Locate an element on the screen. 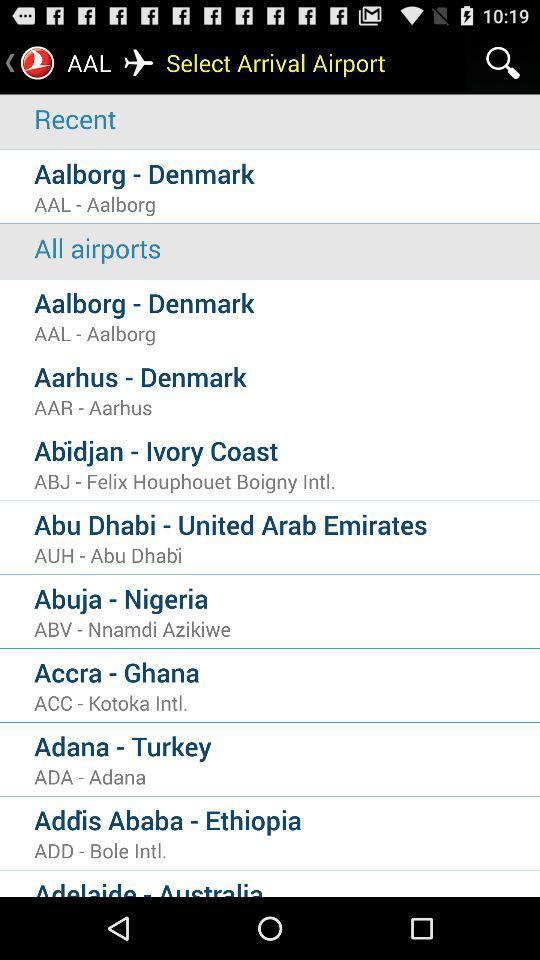 The width and height of the screenshot is (540, 960). the icon above abj felix houphouet is located at coordinates (286, 450).